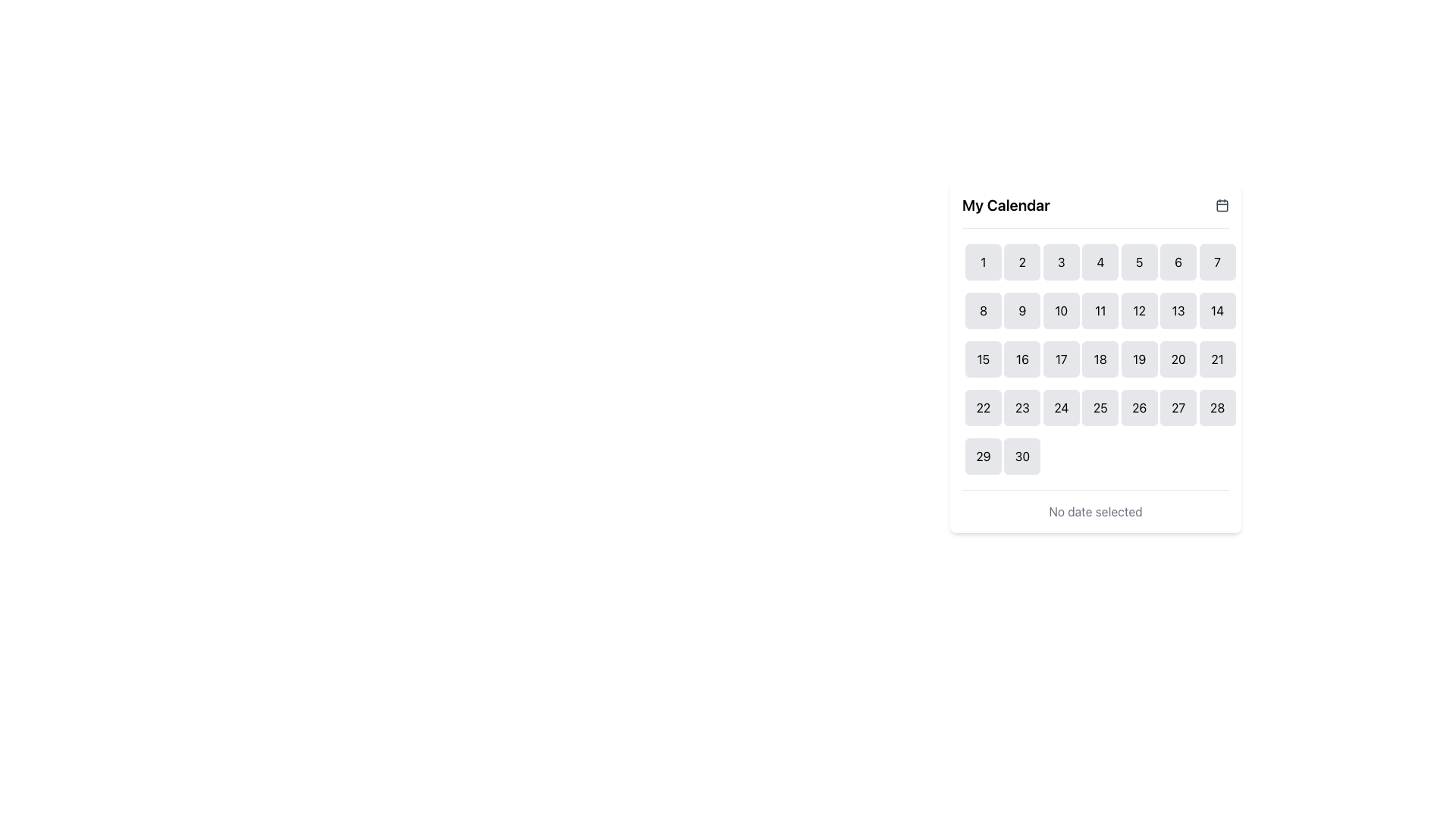  I want to click on the circular button labeled '21', so click(1217, 359).